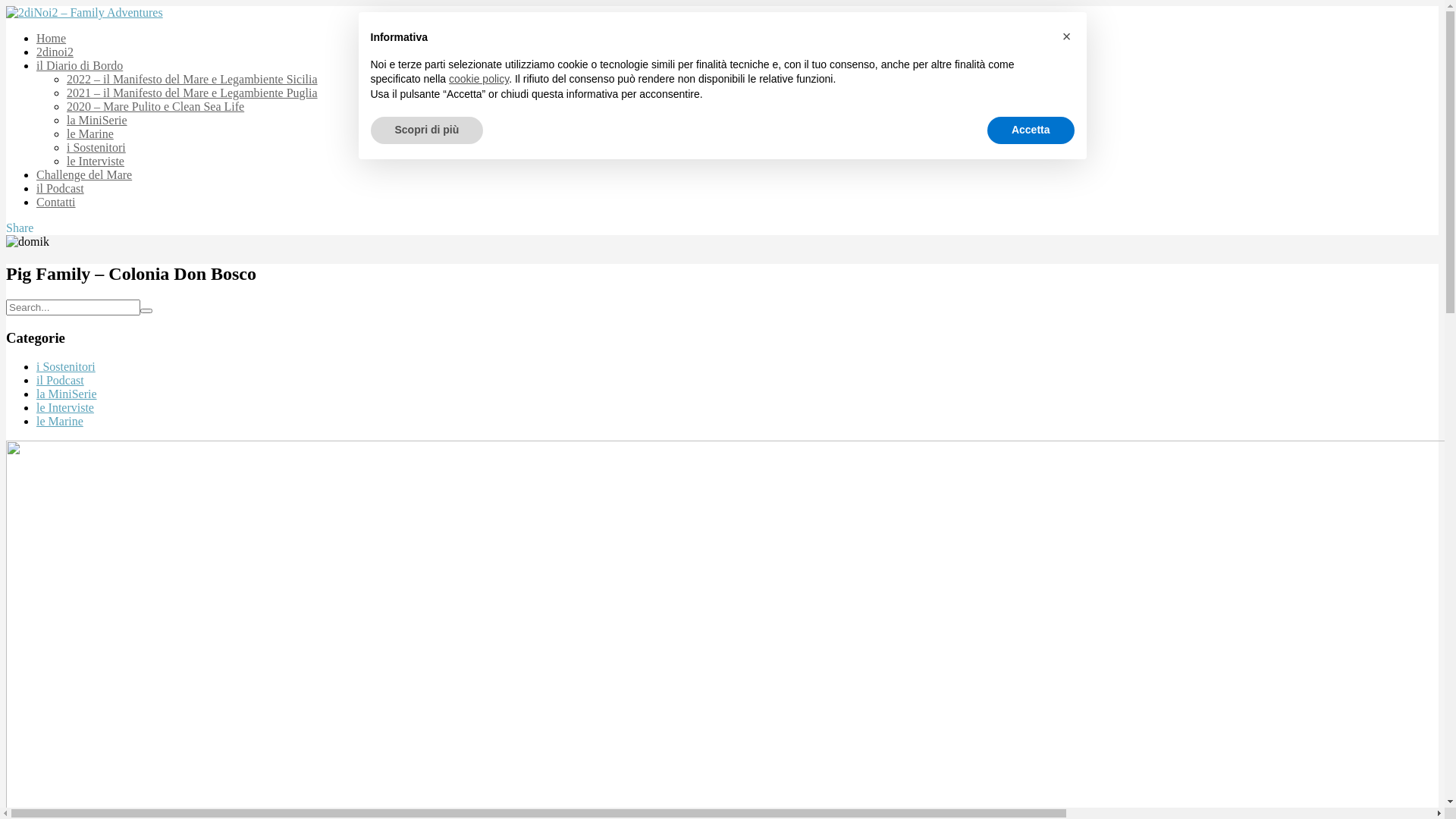 The width and height of the screenshot is (1456, 819). I want to click on 'Contatti', so click(55, 201).